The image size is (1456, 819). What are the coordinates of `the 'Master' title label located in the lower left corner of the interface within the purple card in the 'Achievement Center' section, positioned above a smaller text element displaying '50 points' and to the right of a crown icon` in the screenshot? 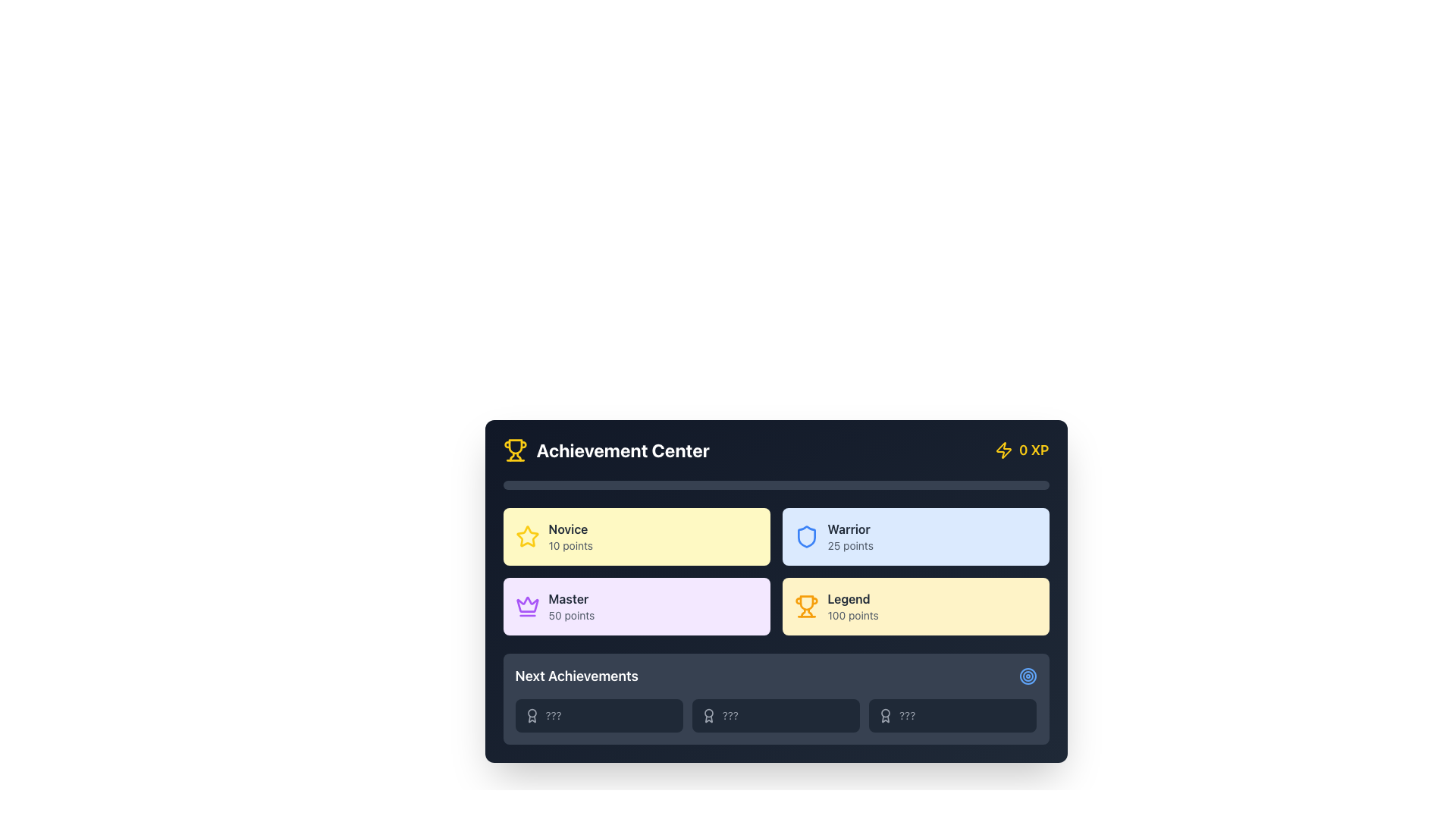 It's located at (570, 598).